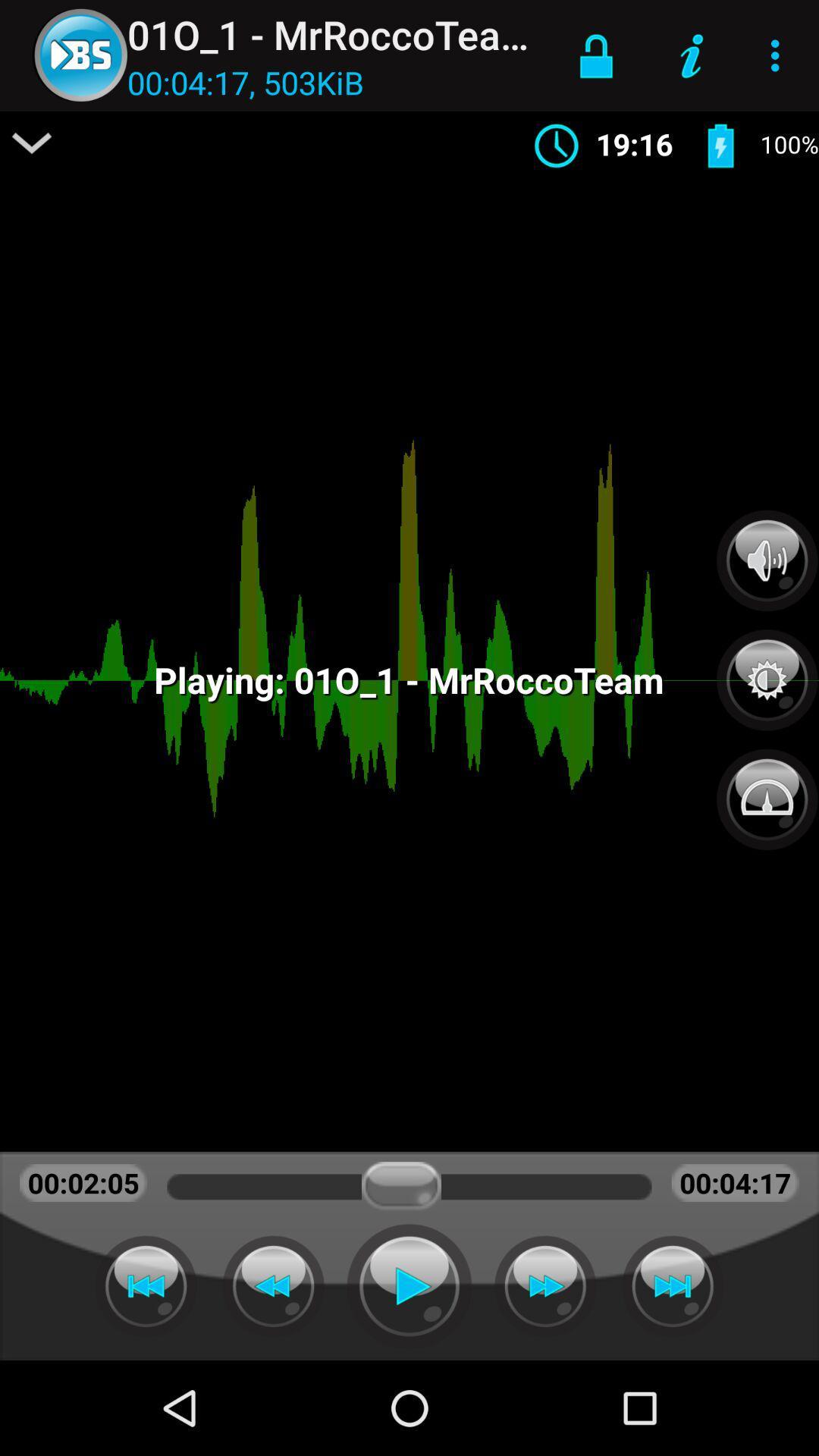 The width and height of the screenshot is (819, 1456). I want to click on adjust audio, so click(767, 560).